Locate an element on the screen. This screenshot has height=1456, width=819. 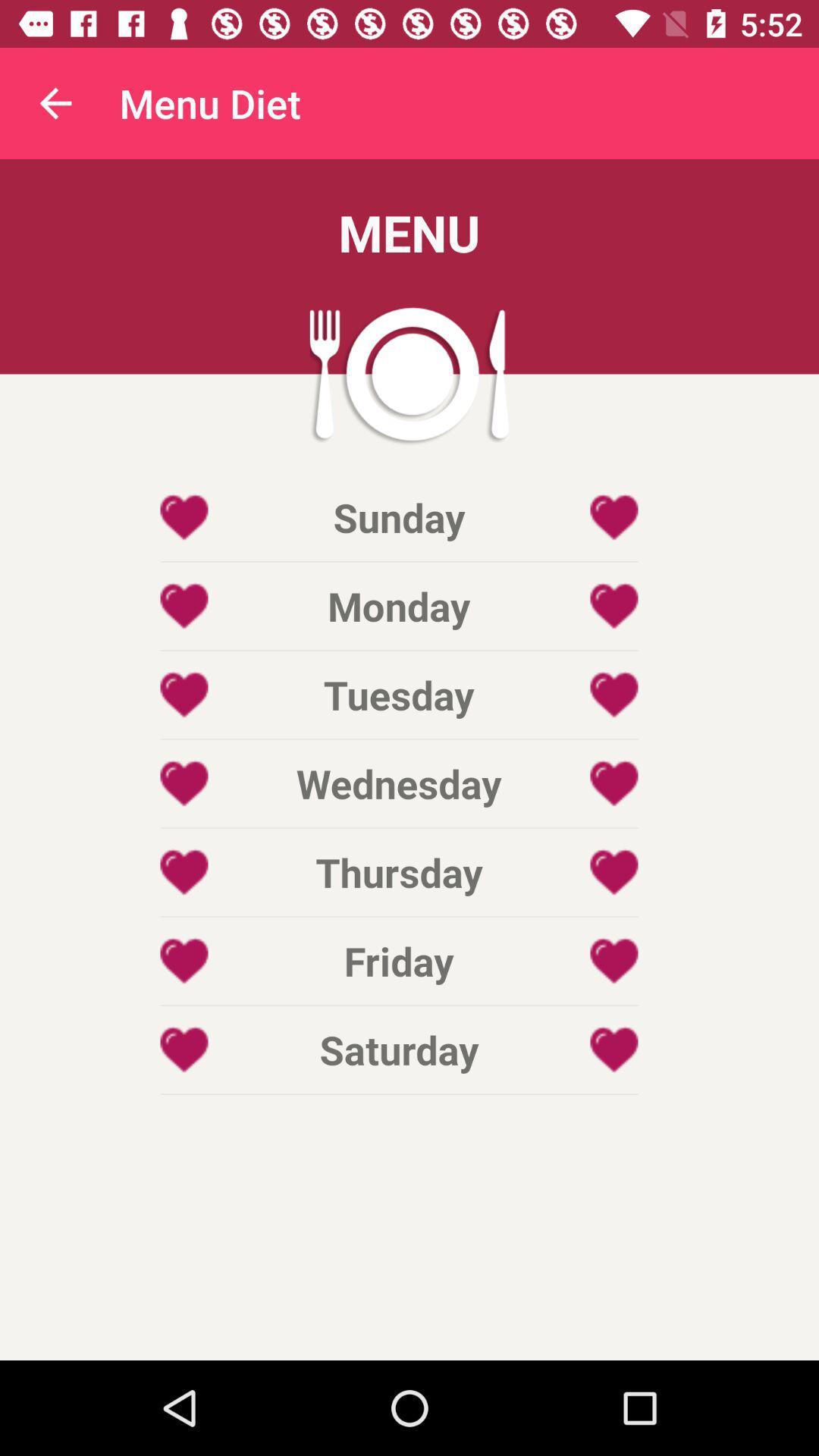
the monday is located at coordinates (398, 605).